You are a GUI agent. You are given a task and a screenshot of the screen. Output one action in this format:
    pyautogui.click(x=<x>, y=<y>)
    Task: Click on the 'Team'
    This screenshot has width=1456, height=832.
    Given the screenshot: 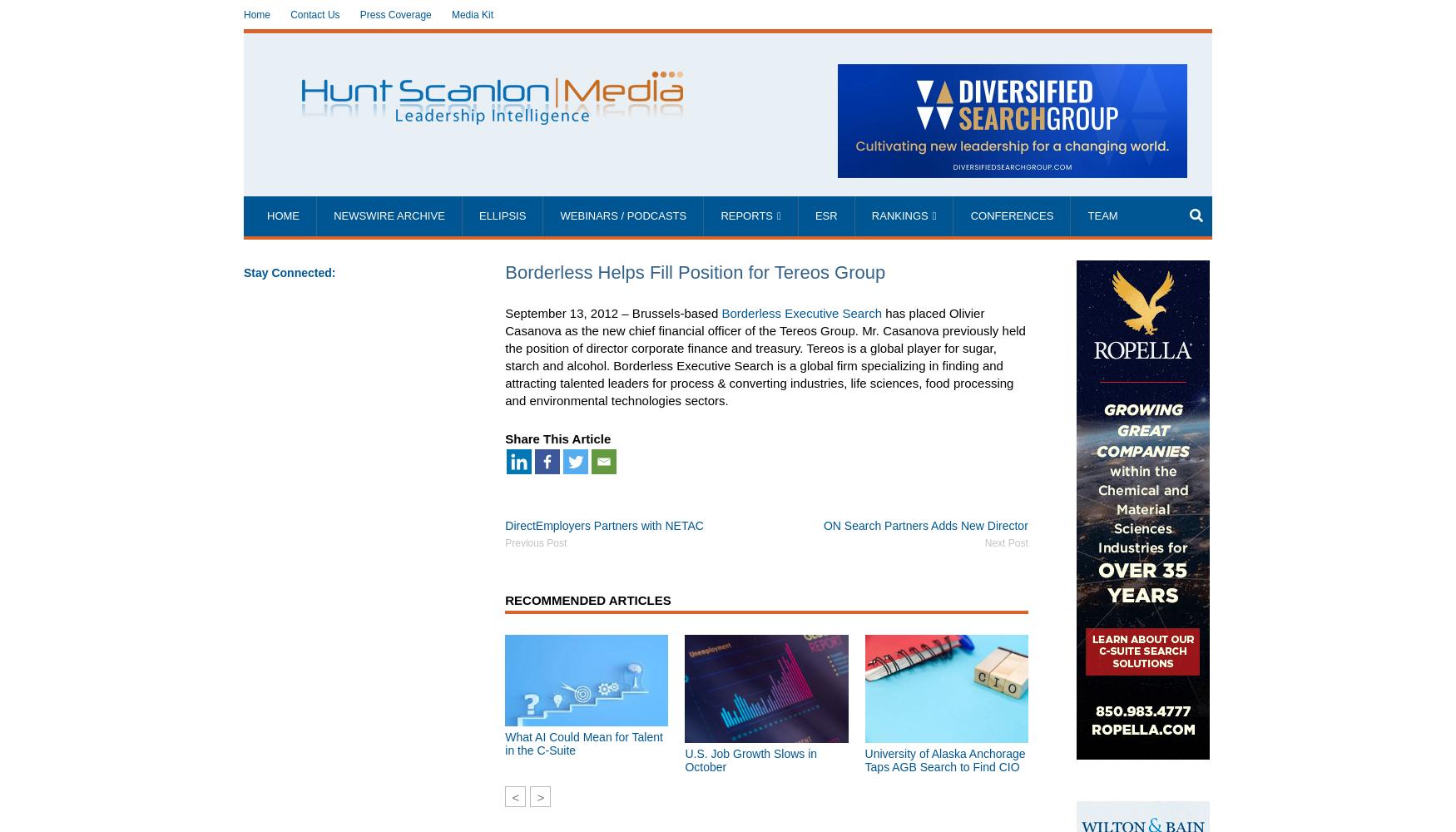 What is the action you would take?
    pyautogui.click(x=1102, y=215)
    